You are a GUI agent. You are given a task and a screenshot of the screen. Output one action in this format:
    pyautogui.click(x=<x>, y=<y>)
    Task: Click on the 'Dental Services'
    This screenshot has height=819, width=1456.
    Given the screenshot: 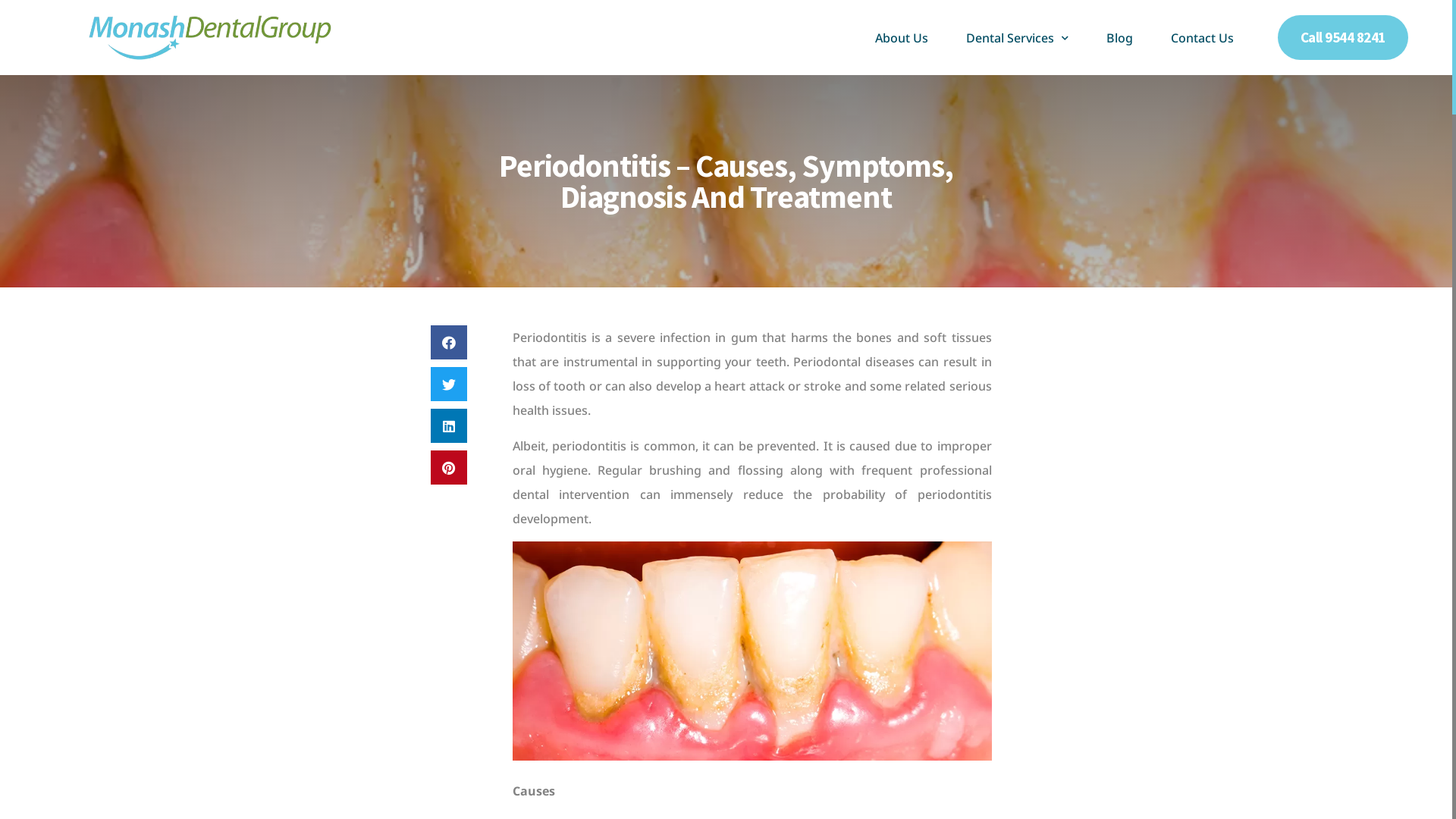 What is the action you would take?
    pyautogui.click(x=1017, y=37)
    